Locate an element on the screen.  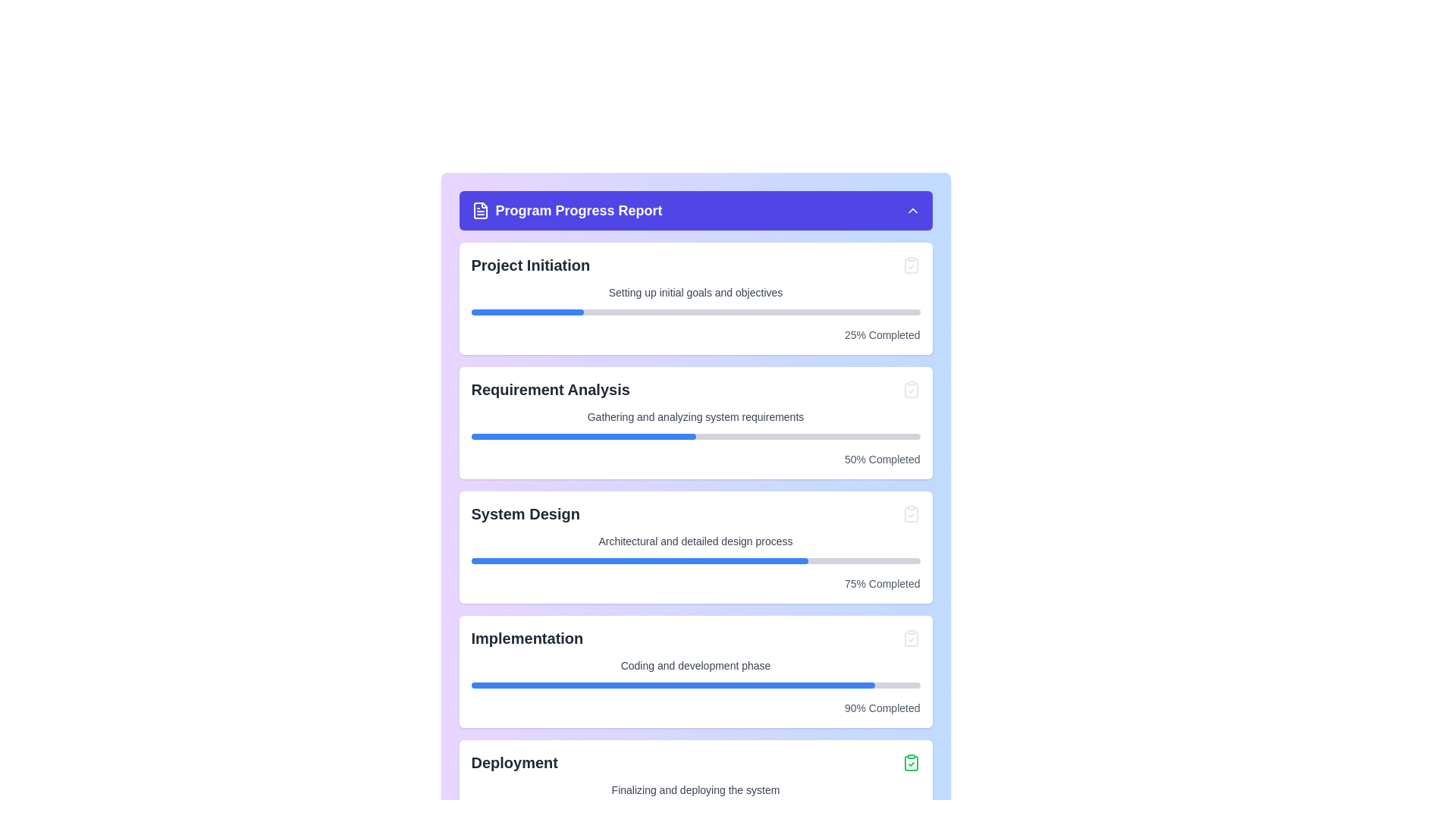
progress bar of the Info card that describes the 'System Design' phase in the project, located centrally in the third section of the vertical layout is located at coordinates (695, 547).